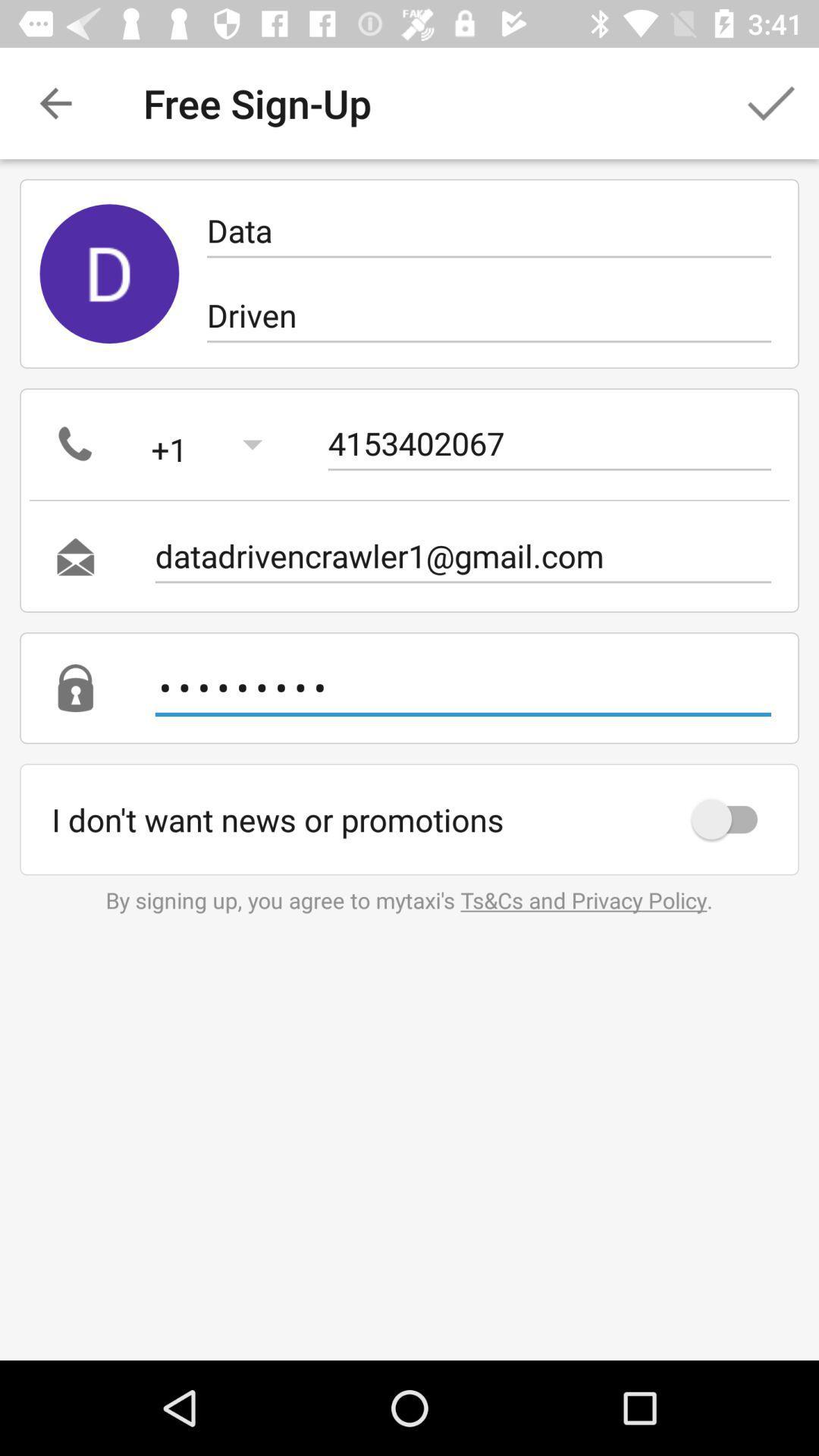  What do you see at coordinates (462, 687) in the screenshot?
I see `crowd3116` at bounding box center [462, 687].